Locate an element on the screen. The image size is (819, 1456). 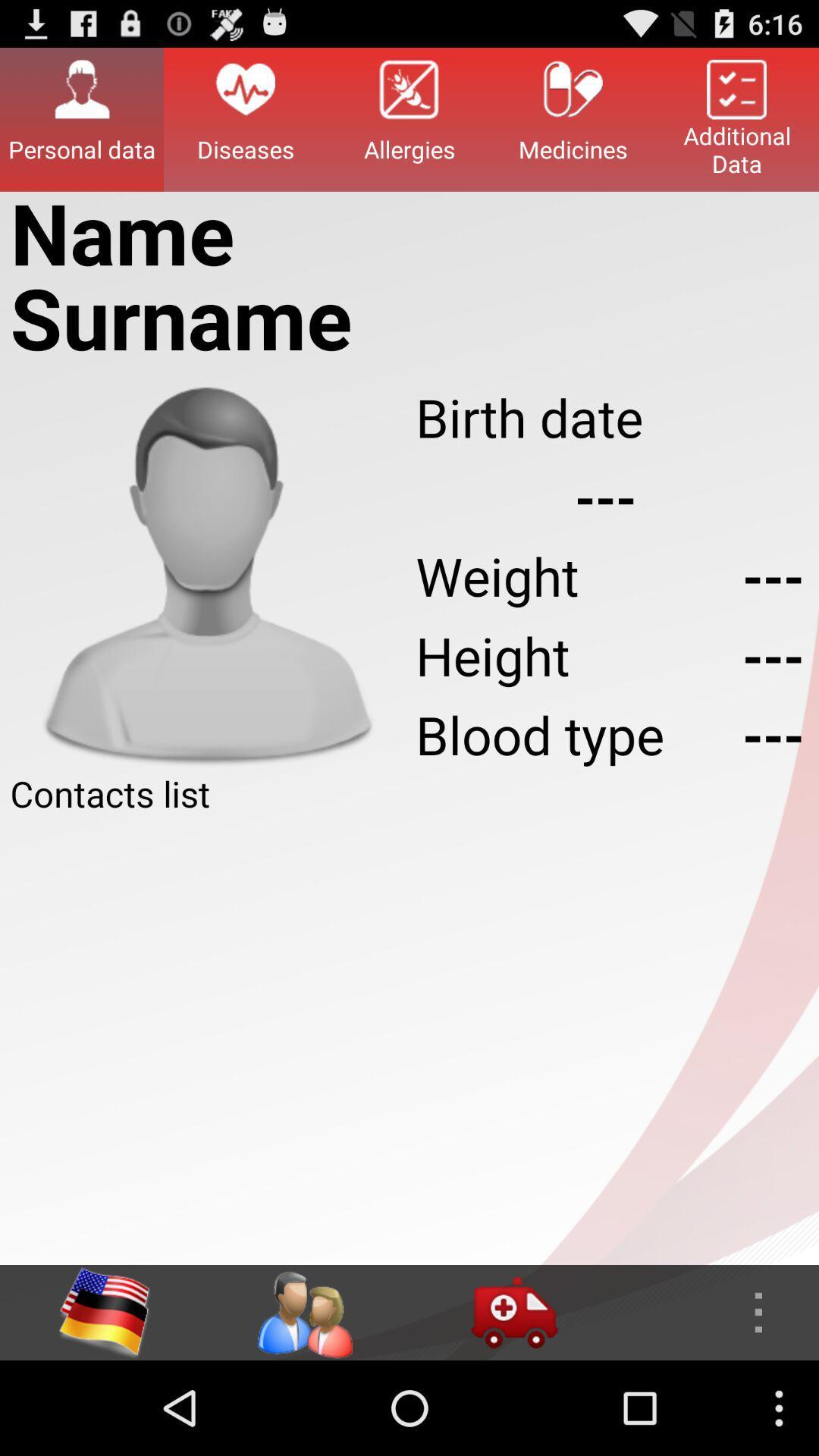
personal data is located at coordinates (82, 118).